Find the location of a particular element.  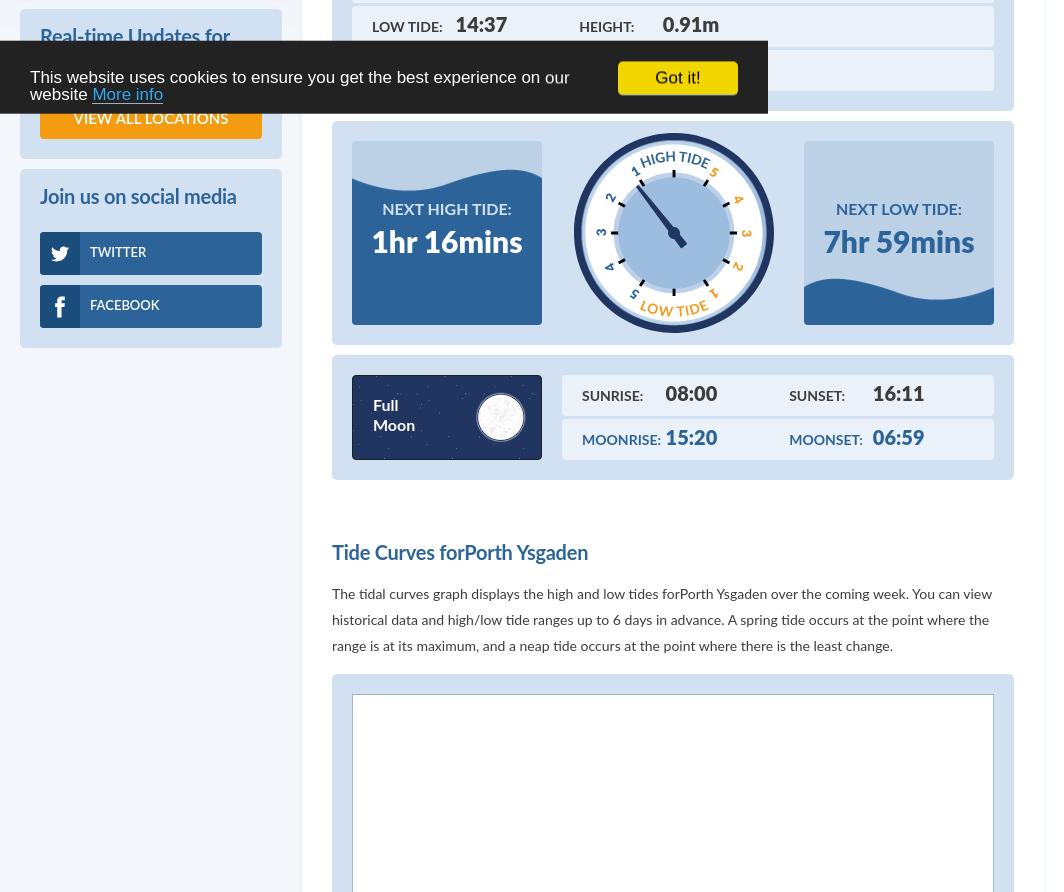

'Moonrise:' is located at coordinates (621, 439).